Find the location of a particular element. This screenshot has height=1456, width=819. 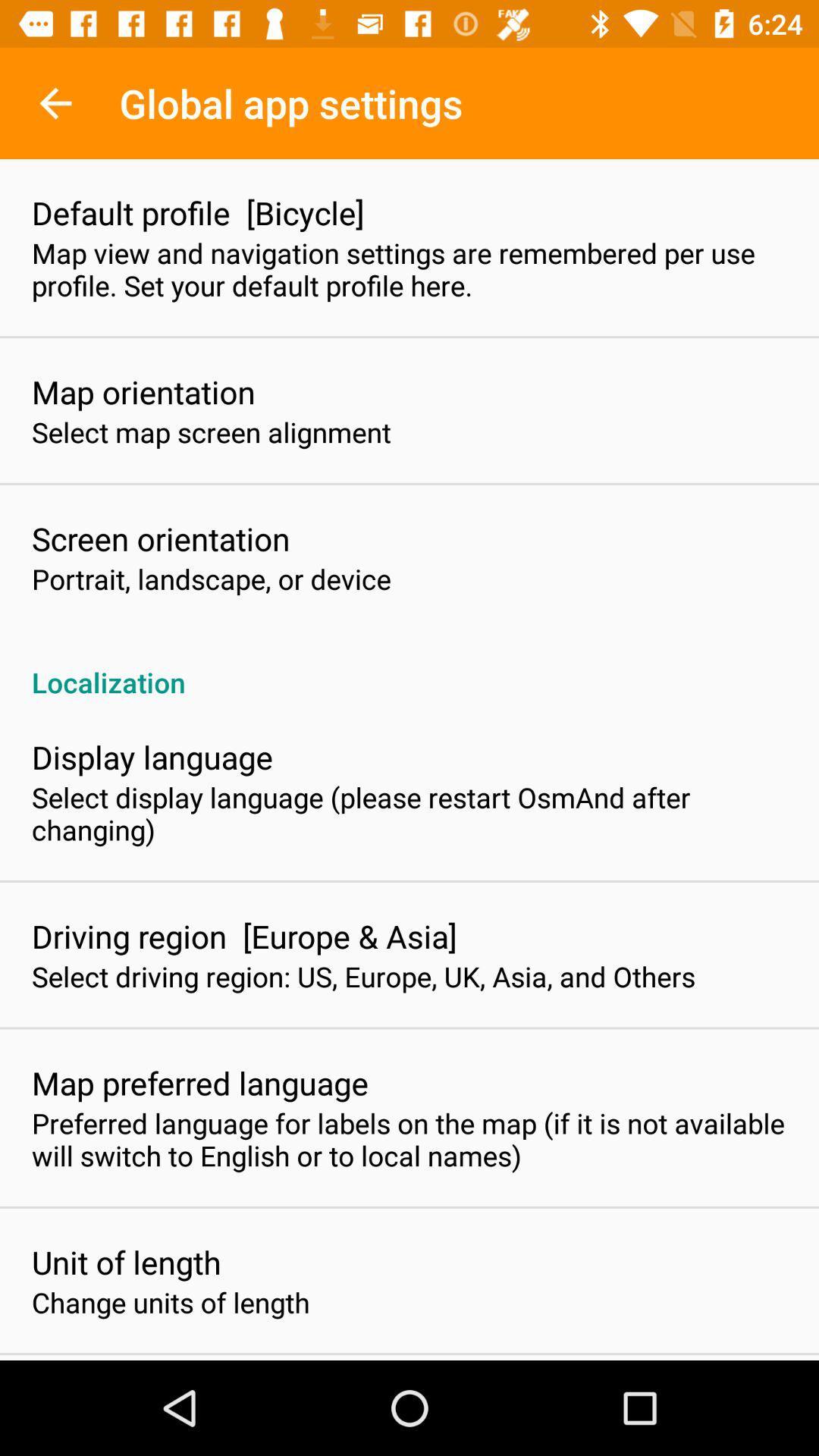

icon below map view and item is located at coordinates (143, 391).